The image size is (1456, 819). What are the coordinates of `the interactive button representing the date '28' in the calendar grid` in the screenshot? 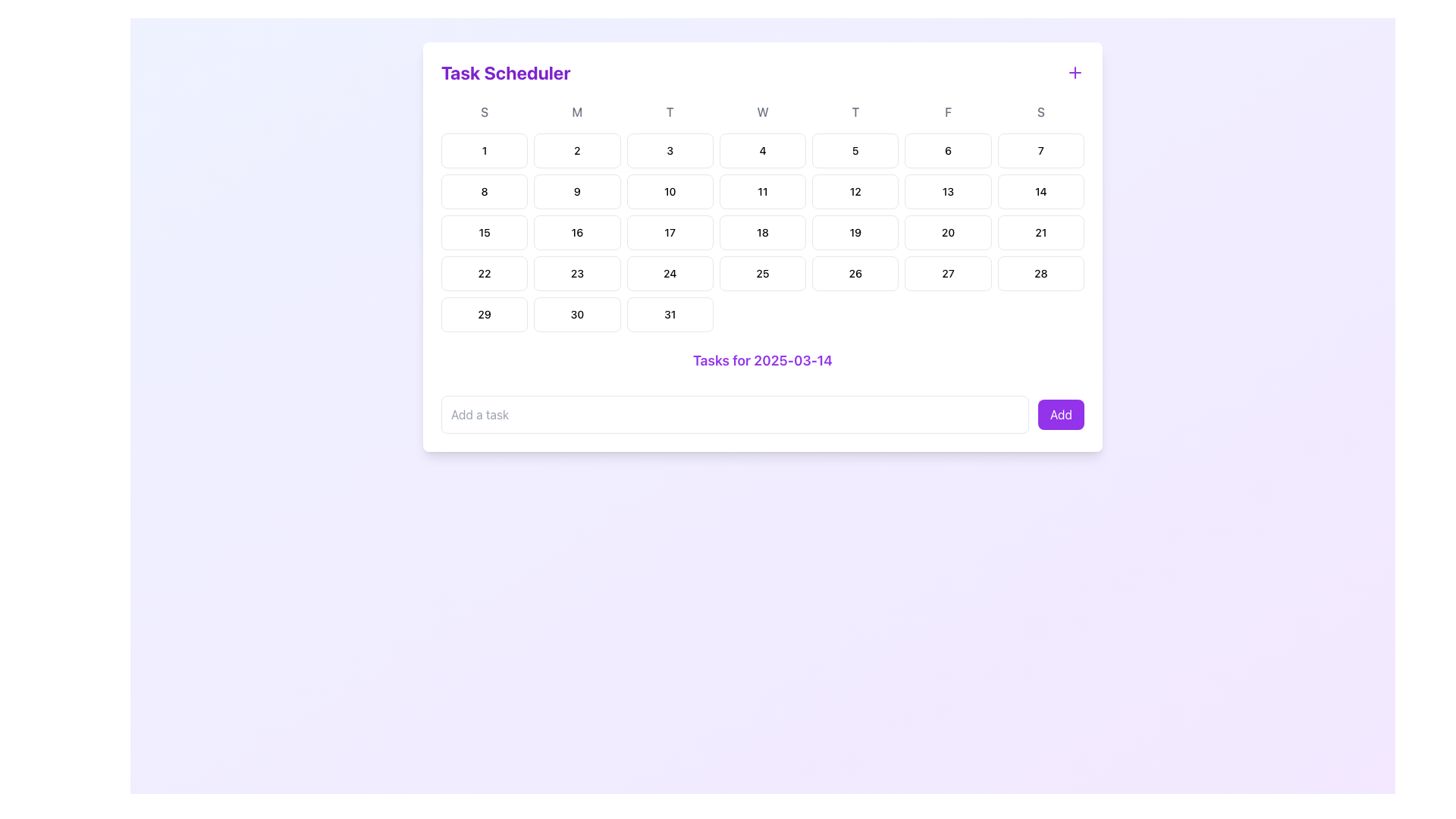 It's located at (1040, 274).